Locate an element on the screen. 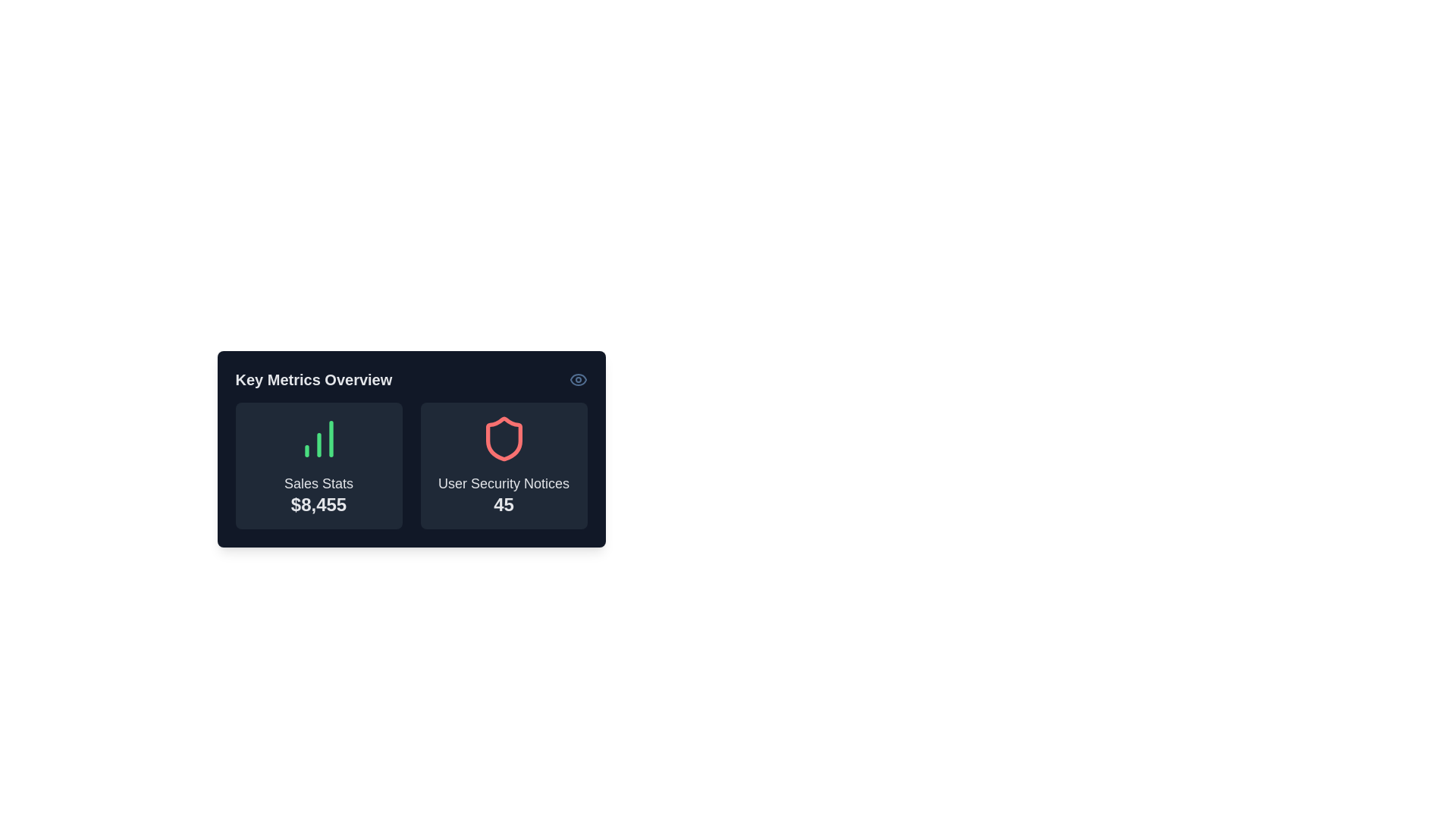  the first card in the grid layout that displays sales data, positioned to the left of the 'User Security Notices' card is located at coordinates (318, 465).